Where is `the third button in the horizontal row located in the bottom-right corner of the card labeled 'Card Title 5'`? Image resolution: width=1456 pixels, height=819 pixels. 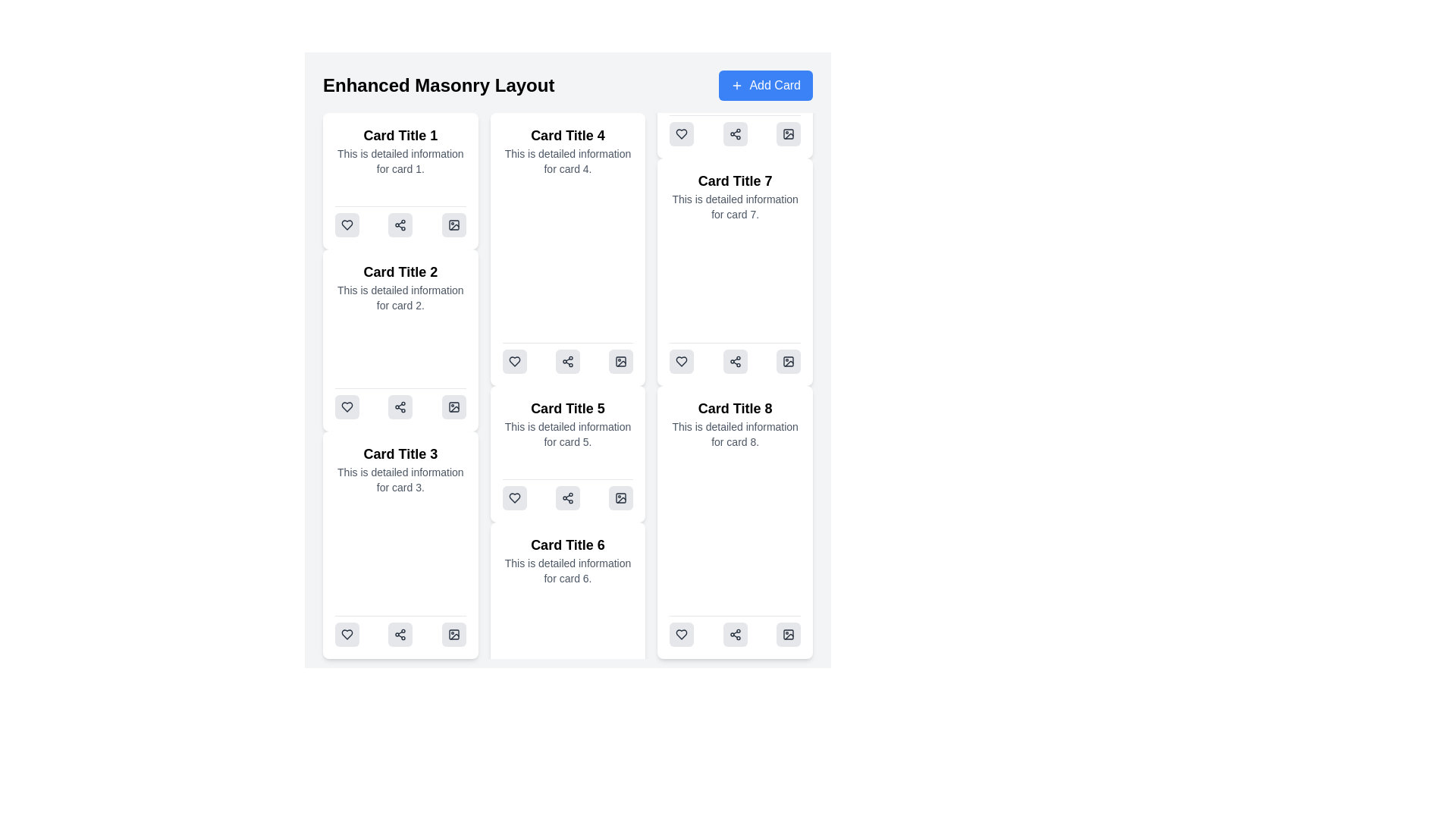
the third button in the horizontal row located in the bottom-right corner of the card labeled 'Card Title 5' is located at coordinates (621, 497).